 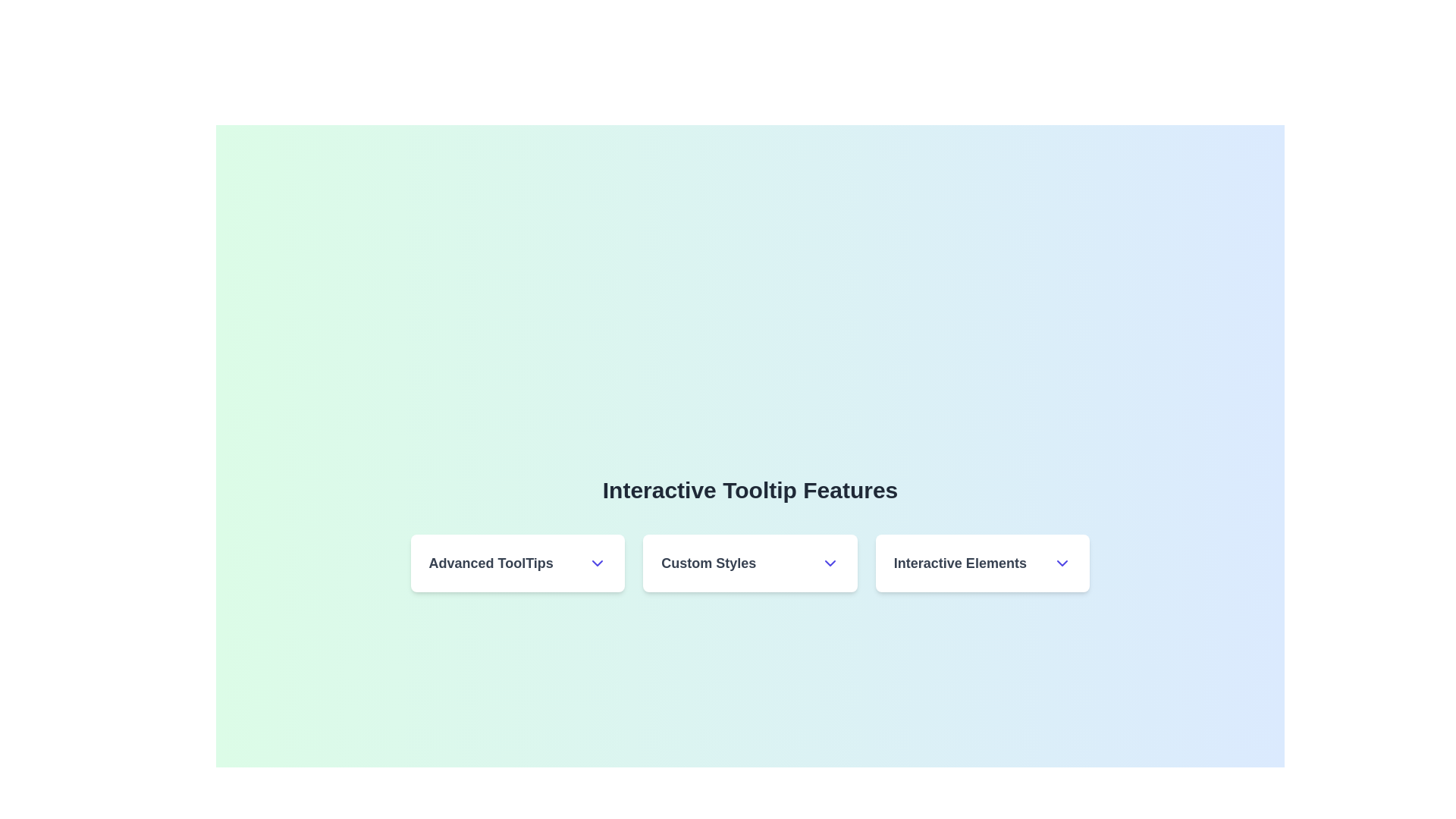 What do you see at coordinates (983, 563) in the screenshot?
I see `the 'Interactive Elements' dropdown menu label` at bounding box center [983, 563].